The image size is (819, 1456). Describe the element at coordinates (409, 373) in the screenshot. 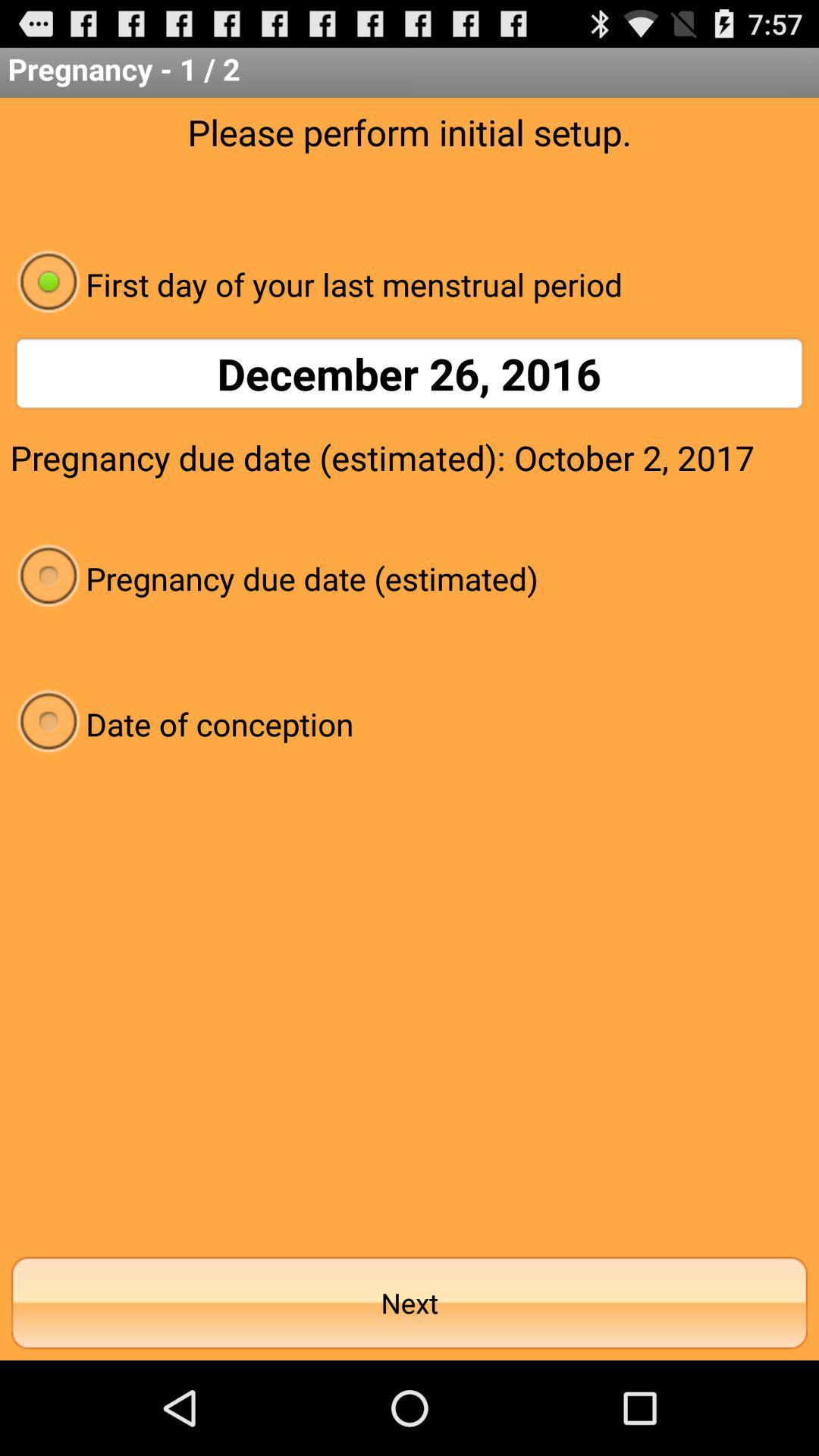

I see `the item below the first day of radio button` at that location.